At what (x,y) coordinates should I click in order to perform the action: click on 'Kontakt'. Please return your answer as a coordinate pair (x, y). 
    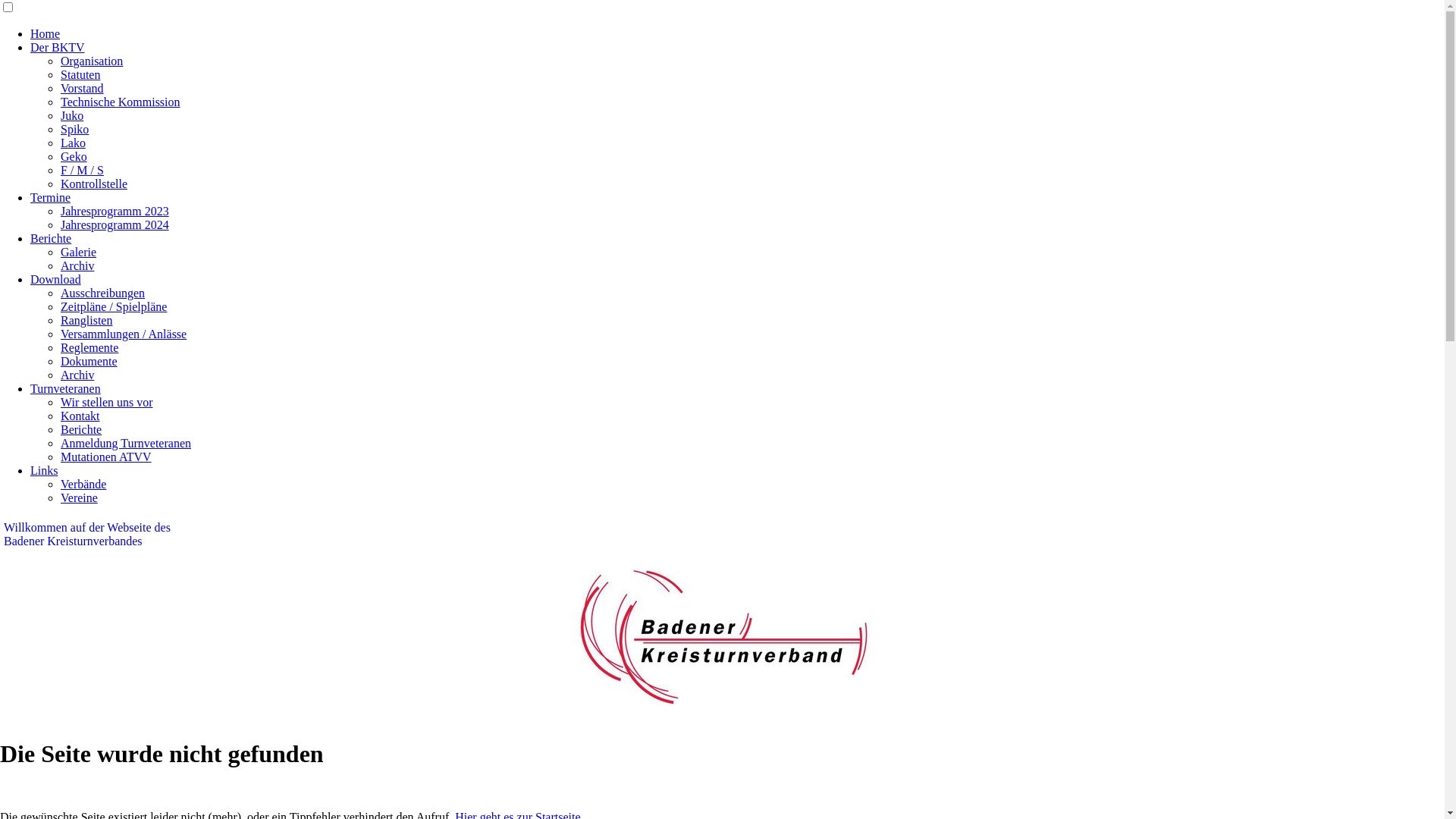
    Looking at the image, I should click on (79, 416).